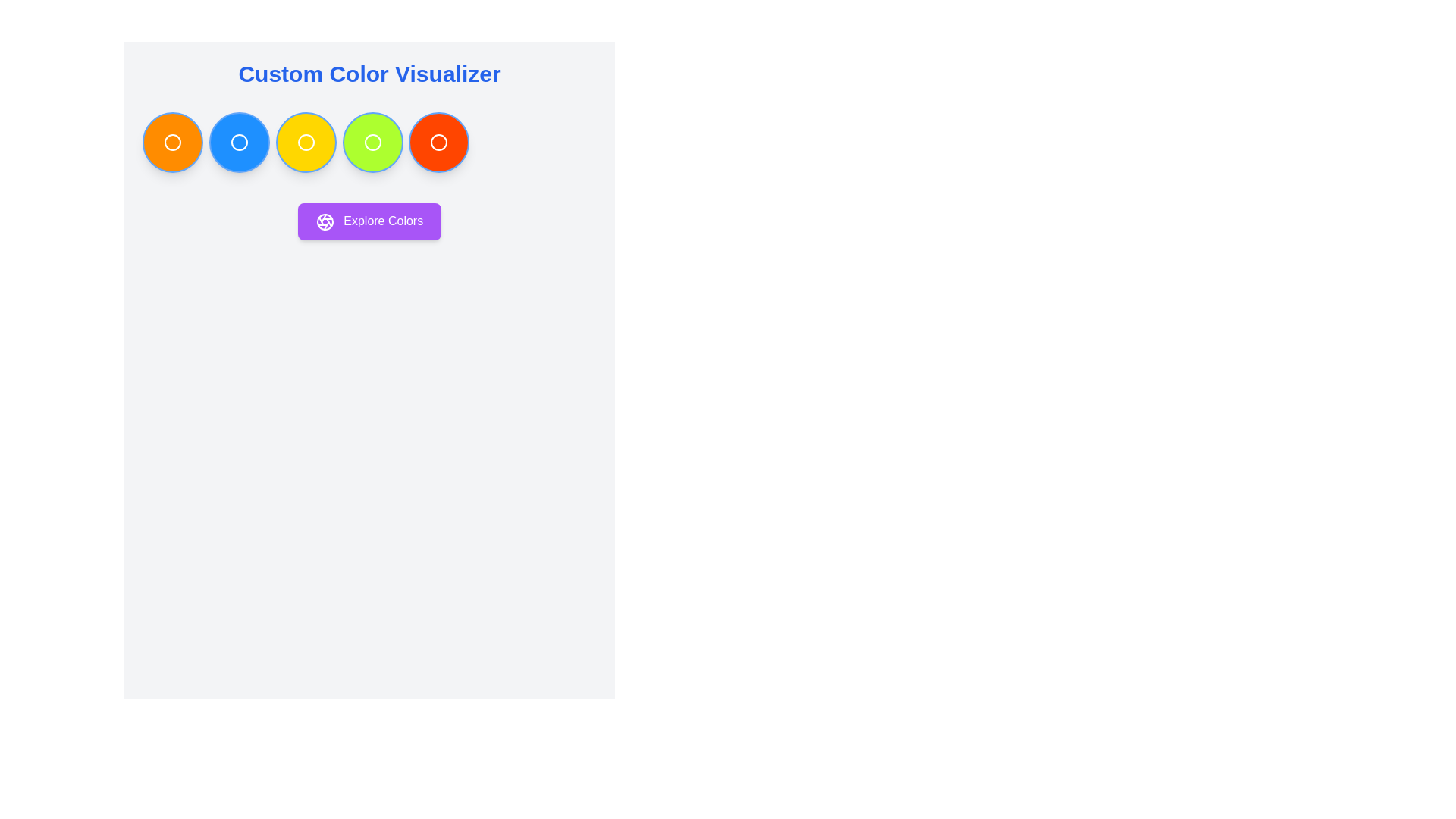 This screenshot has height=819, width=1456. What do you see at coordinates (238, 143) in the screenshot?
I see `on the second icon in the horizontal row of circles beneath the 'Custom Color Visualizer' heading, which is a circle with a blue background and a white border` at bounding box center [238, 143].